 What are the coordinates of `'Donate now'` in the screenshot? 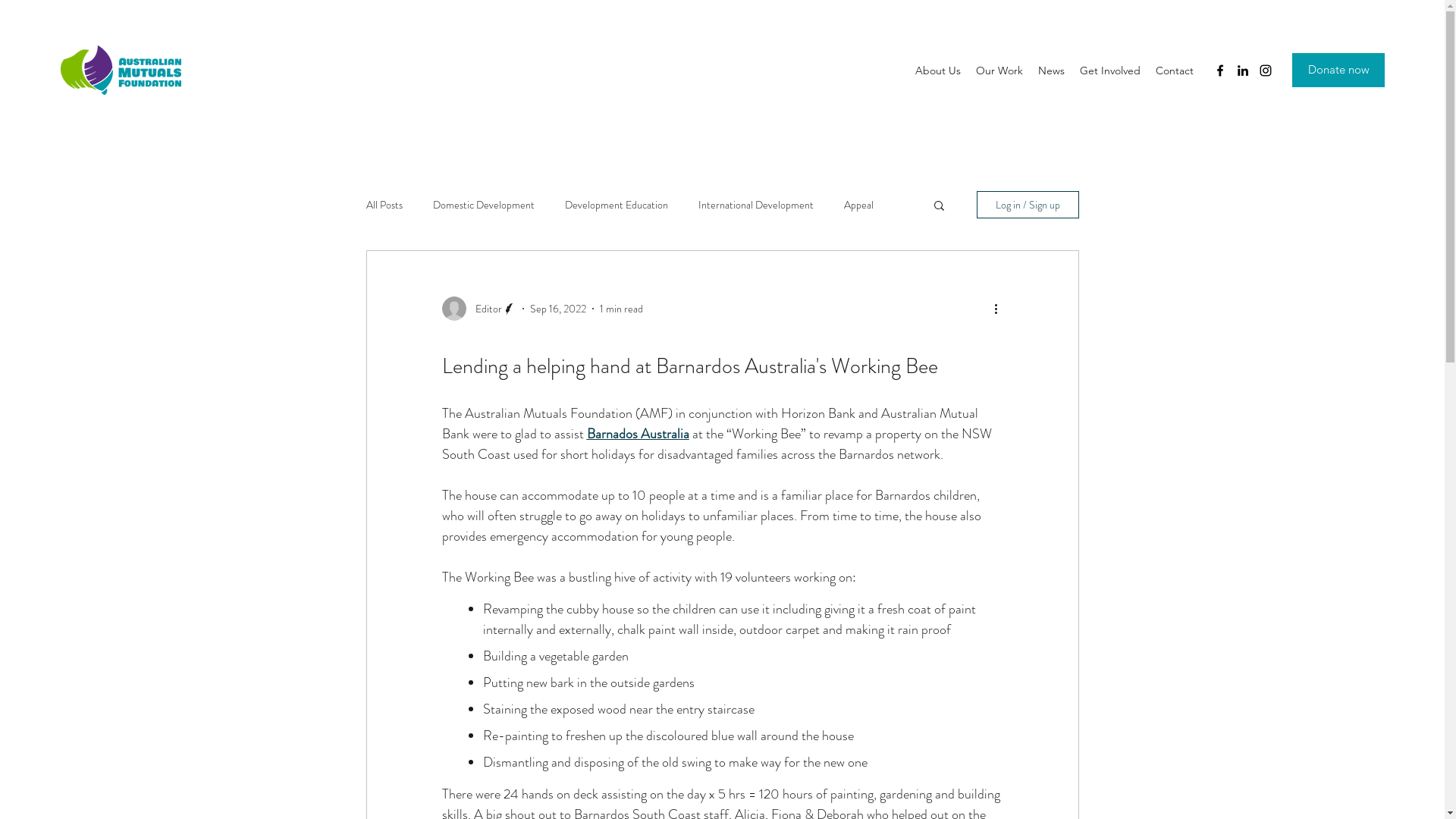 It's located at (1338, 70).